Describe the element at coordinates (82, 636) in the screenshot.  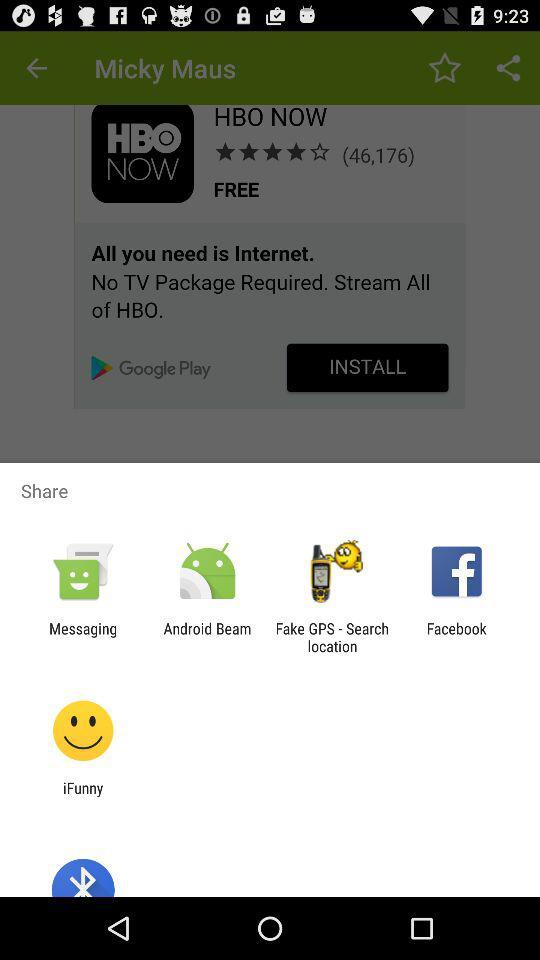
I see `the messaging icon` at that location.